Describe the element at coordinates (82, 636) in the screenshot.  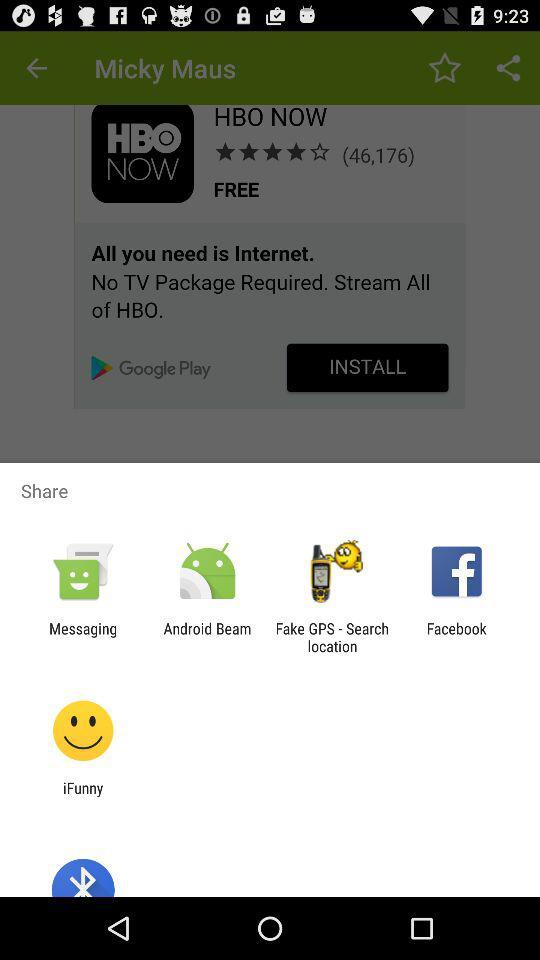
I see `the messaging icon` at that location.